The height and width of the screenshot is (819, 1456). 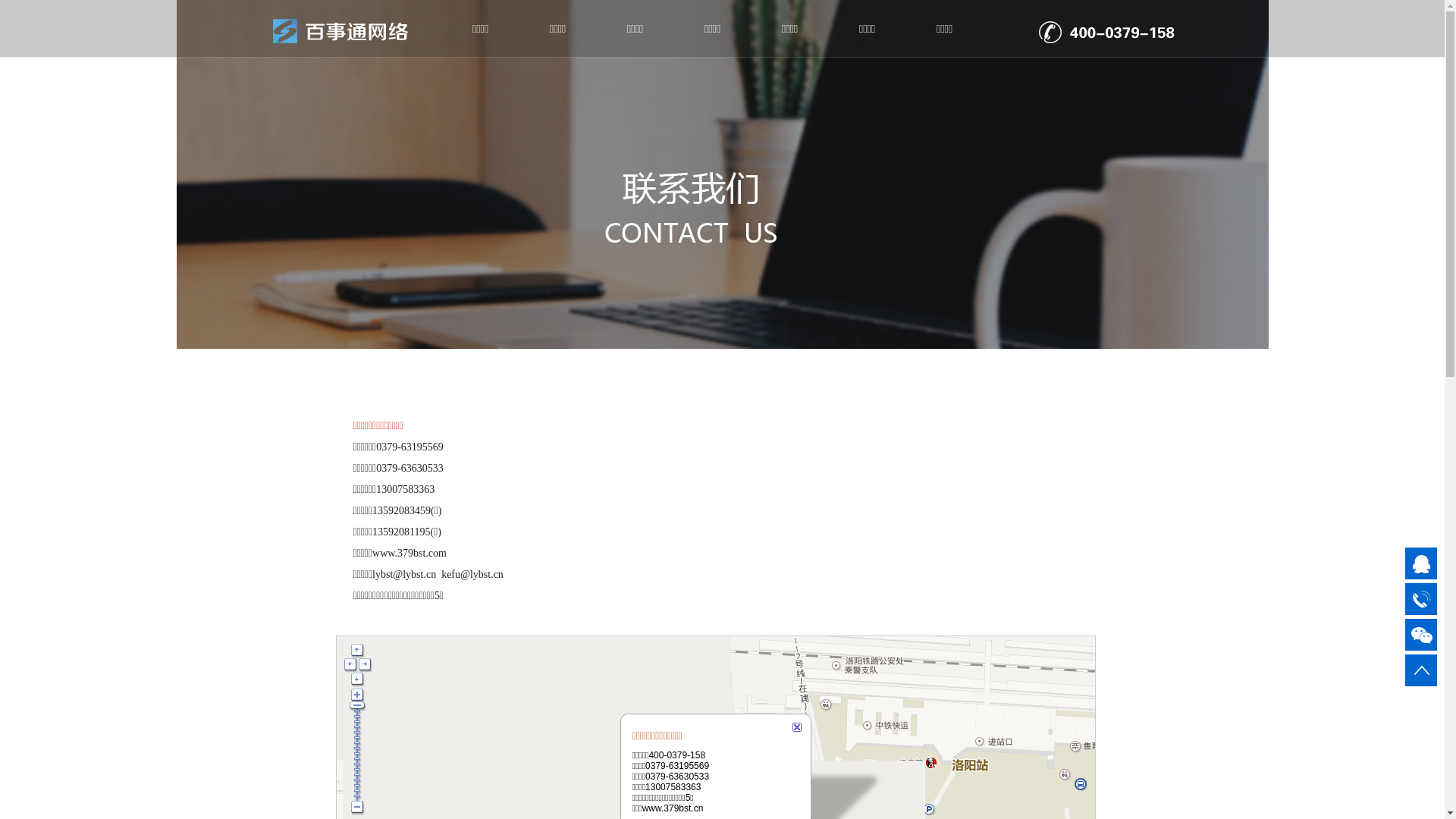 What do you see at coordinates (403, 573) in the screenshot?
I see `'lybst@lybst.cn'` at bounding box center [403, 573].